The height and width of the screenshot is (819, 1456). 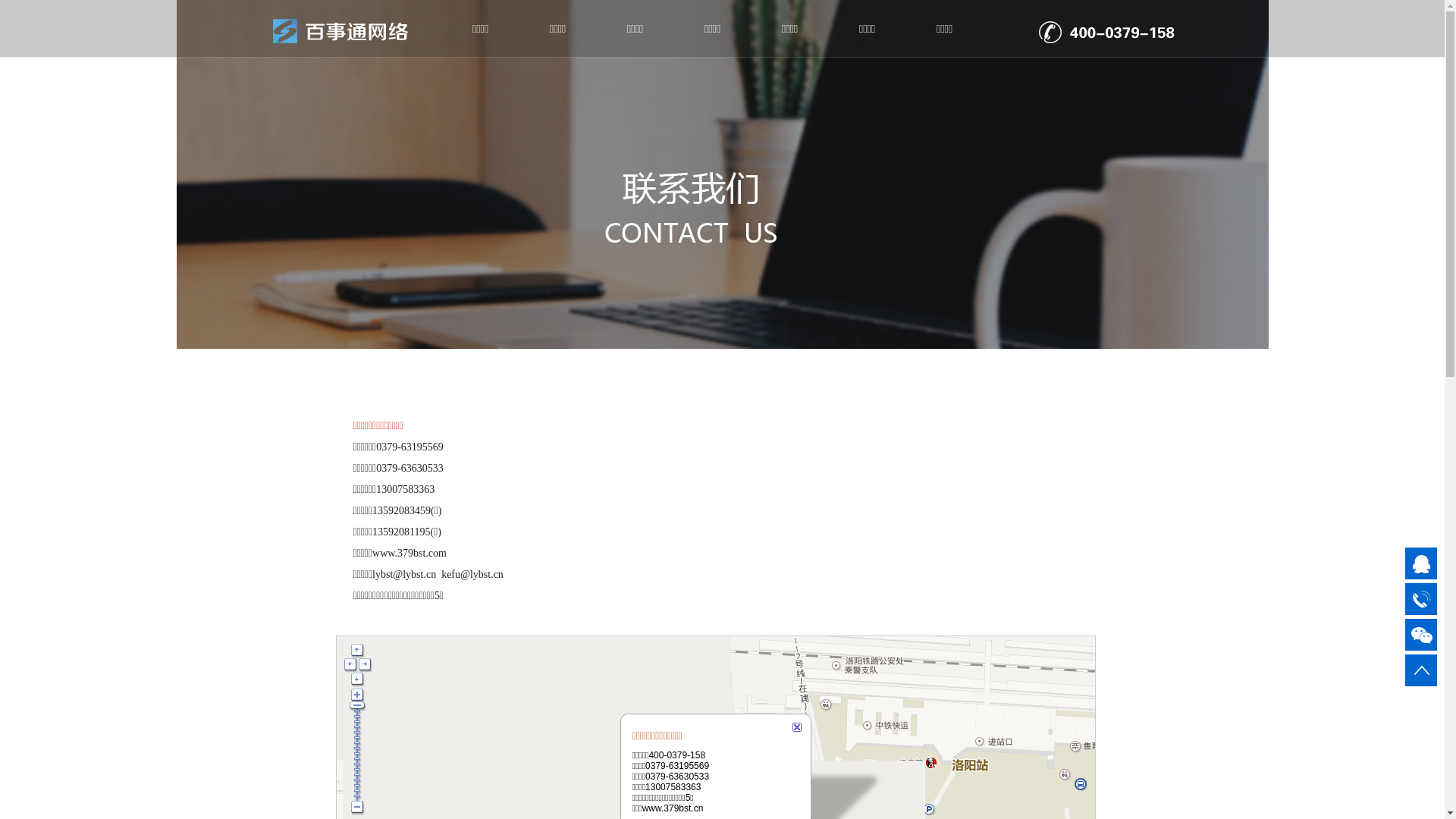 What do you see at coordinates (403, 573) in the screenshot?
I see `'lybst@lybst.cn'` at bounding box center [403, 573].